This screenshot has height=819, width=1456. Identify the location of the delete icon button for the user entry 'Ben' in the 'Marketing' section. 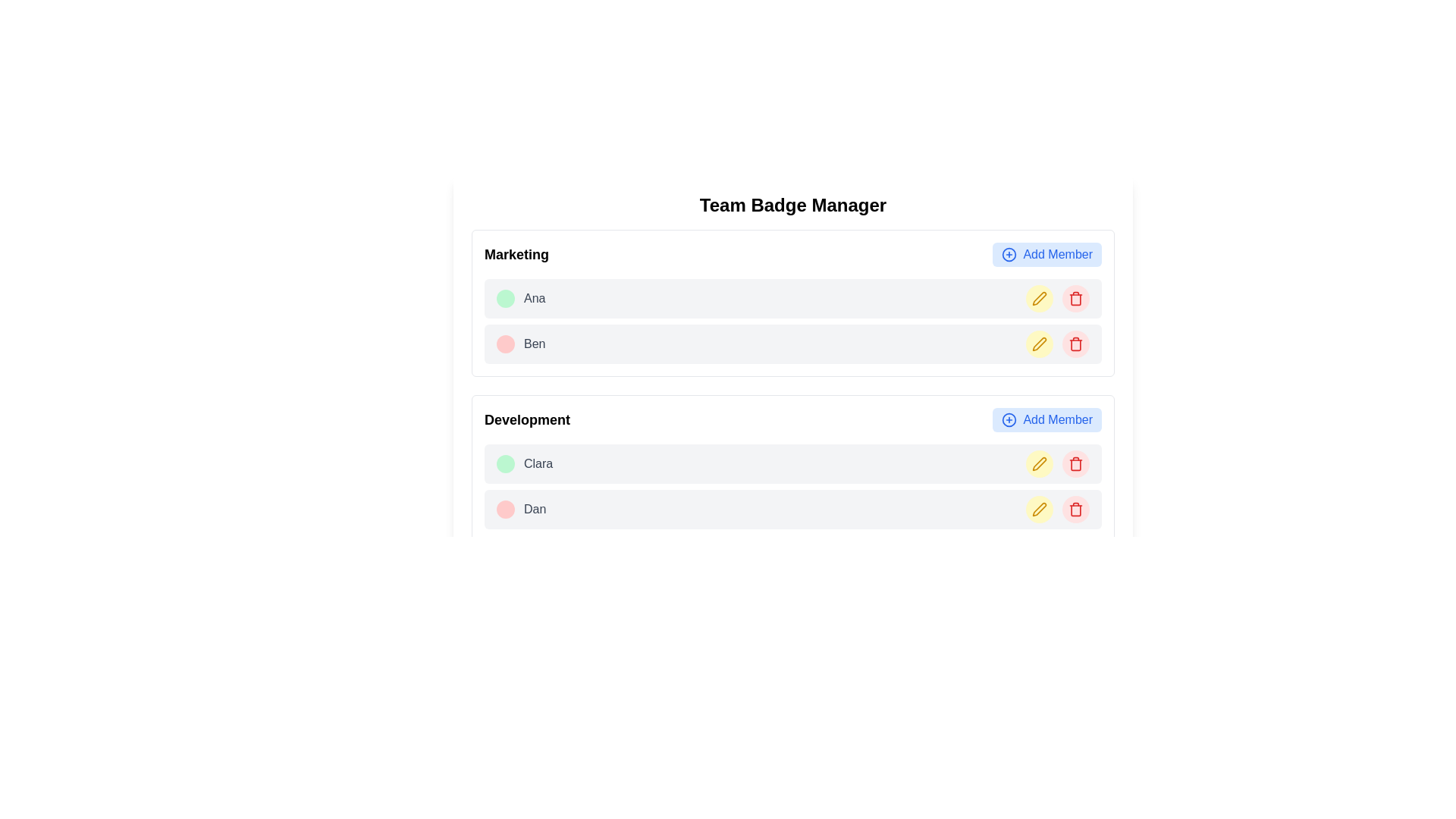
(1075, 298).